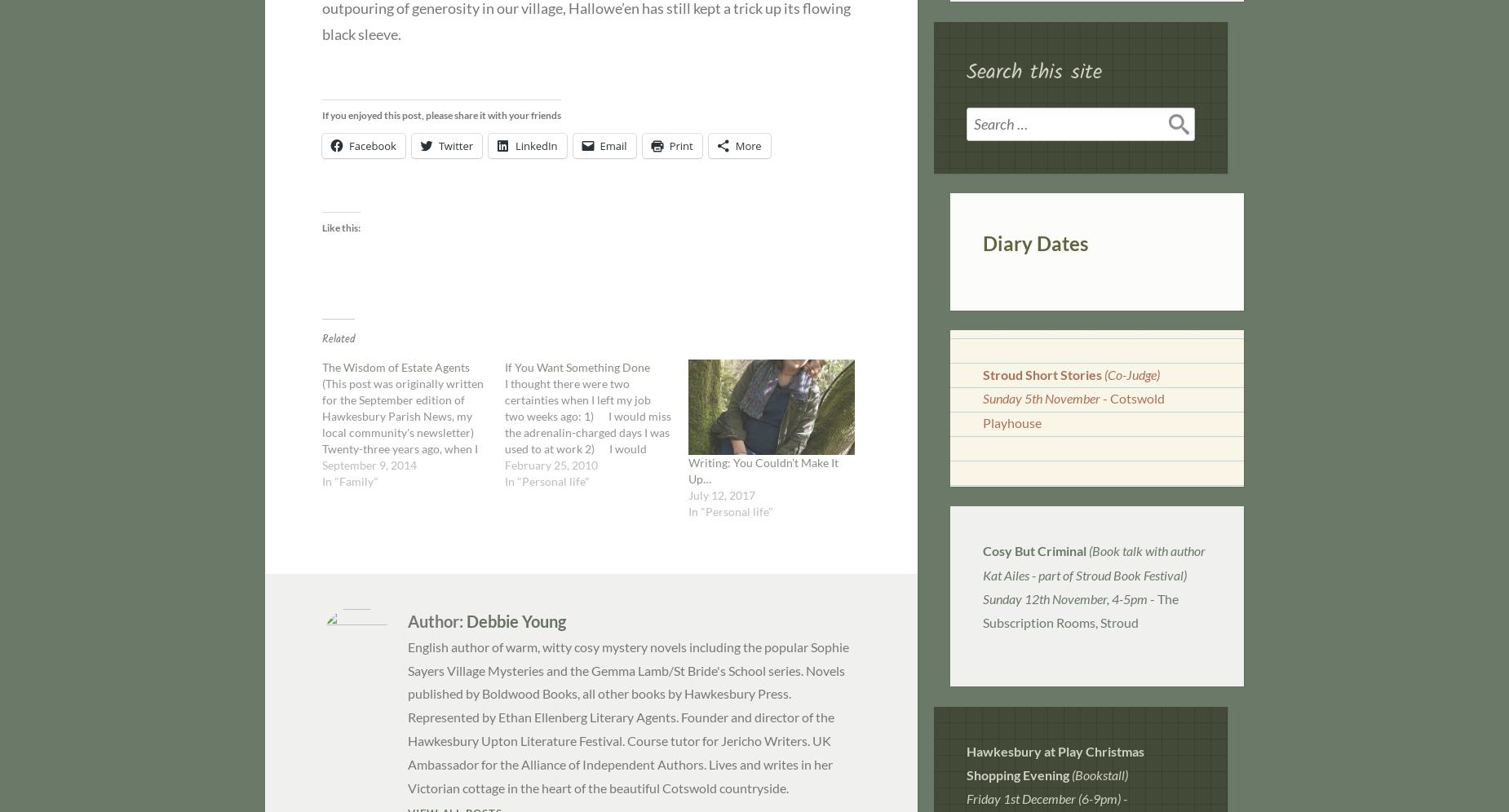 This screenshot has width=1509, height=812. Describe the element at coordinates (748, 145) in the screenshot. I see `'More'` at that location.